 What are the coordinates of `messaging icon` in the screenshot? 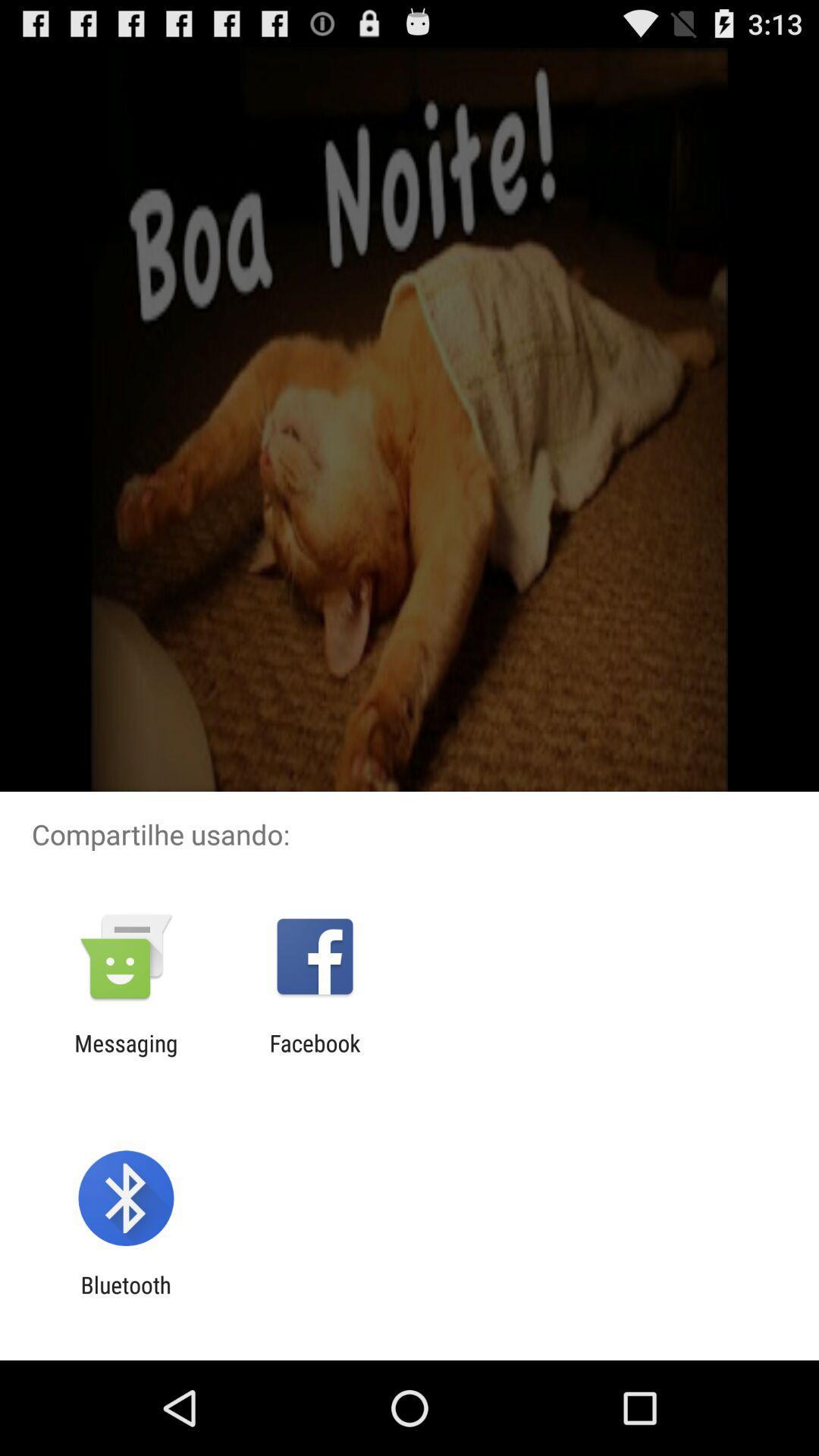 It's located at (125, 1056).